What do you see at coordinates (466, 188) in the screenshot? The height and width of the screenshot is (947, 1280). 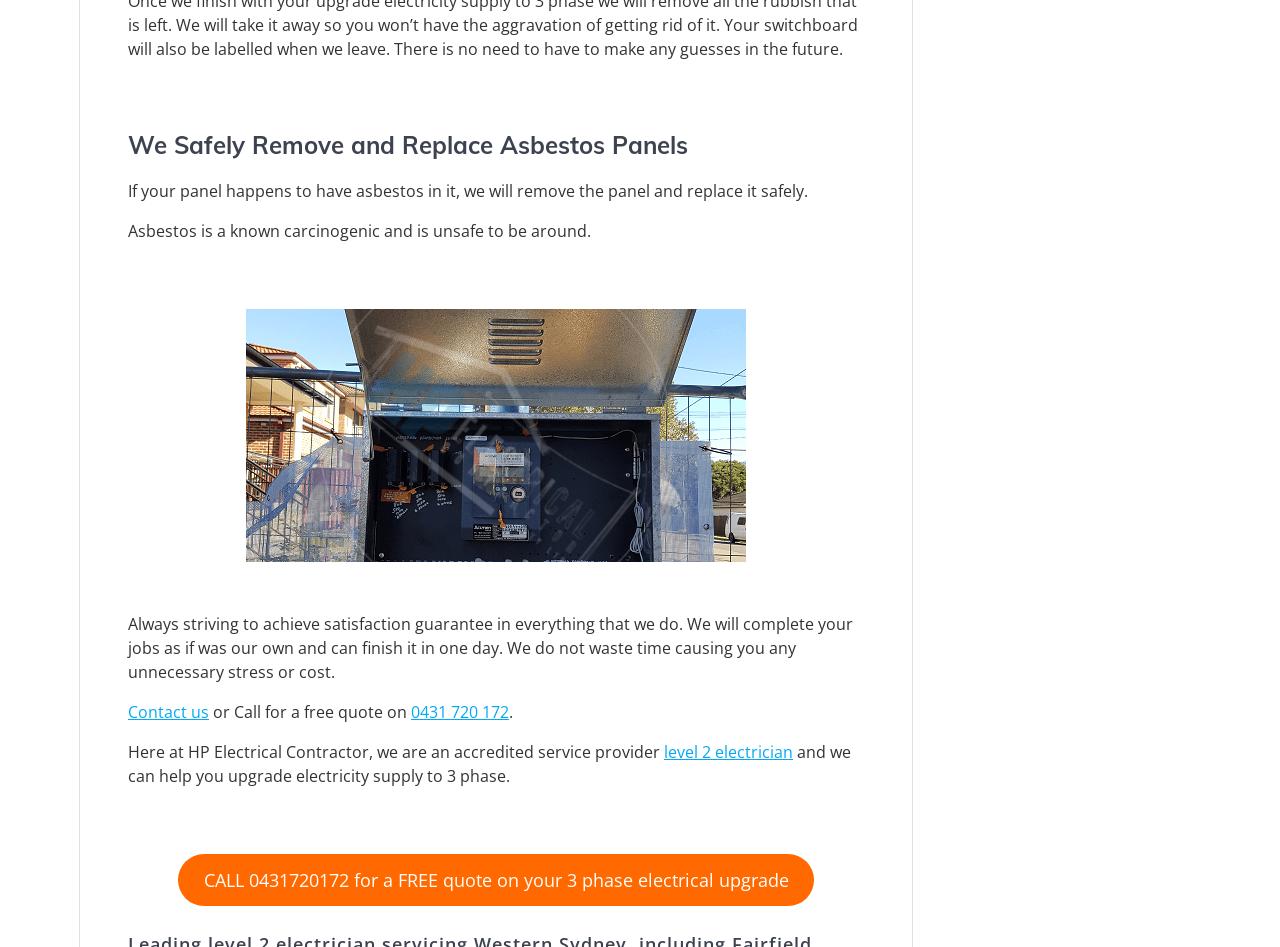 I see `'If your panel happens to have asbestos in it, we will remove the panel and replace it safely.'` at bounding box center [466, 188].